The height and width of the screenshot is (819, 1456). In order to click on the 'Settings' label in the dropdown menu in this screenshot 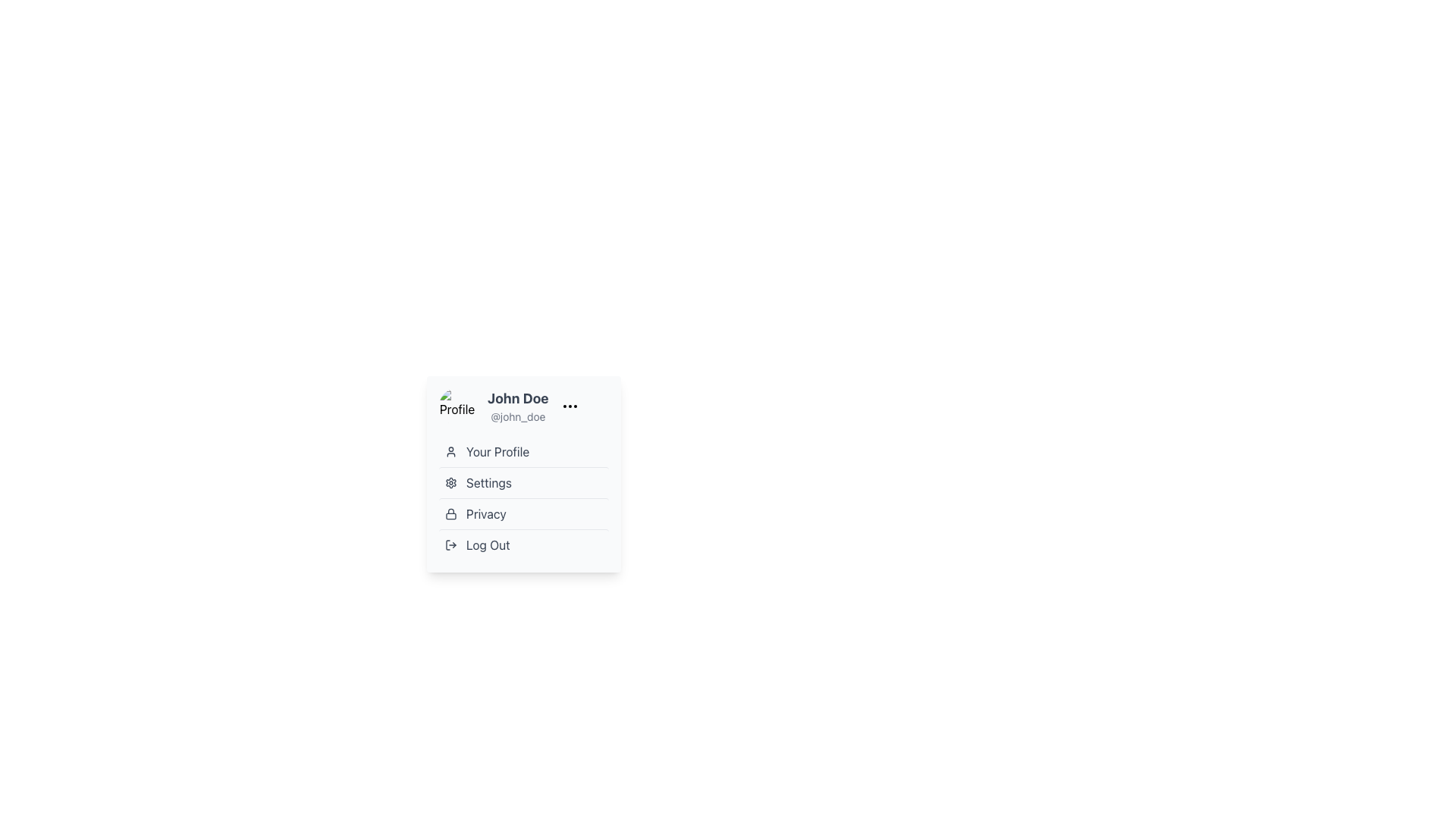, I will do `click(488, 482)`.